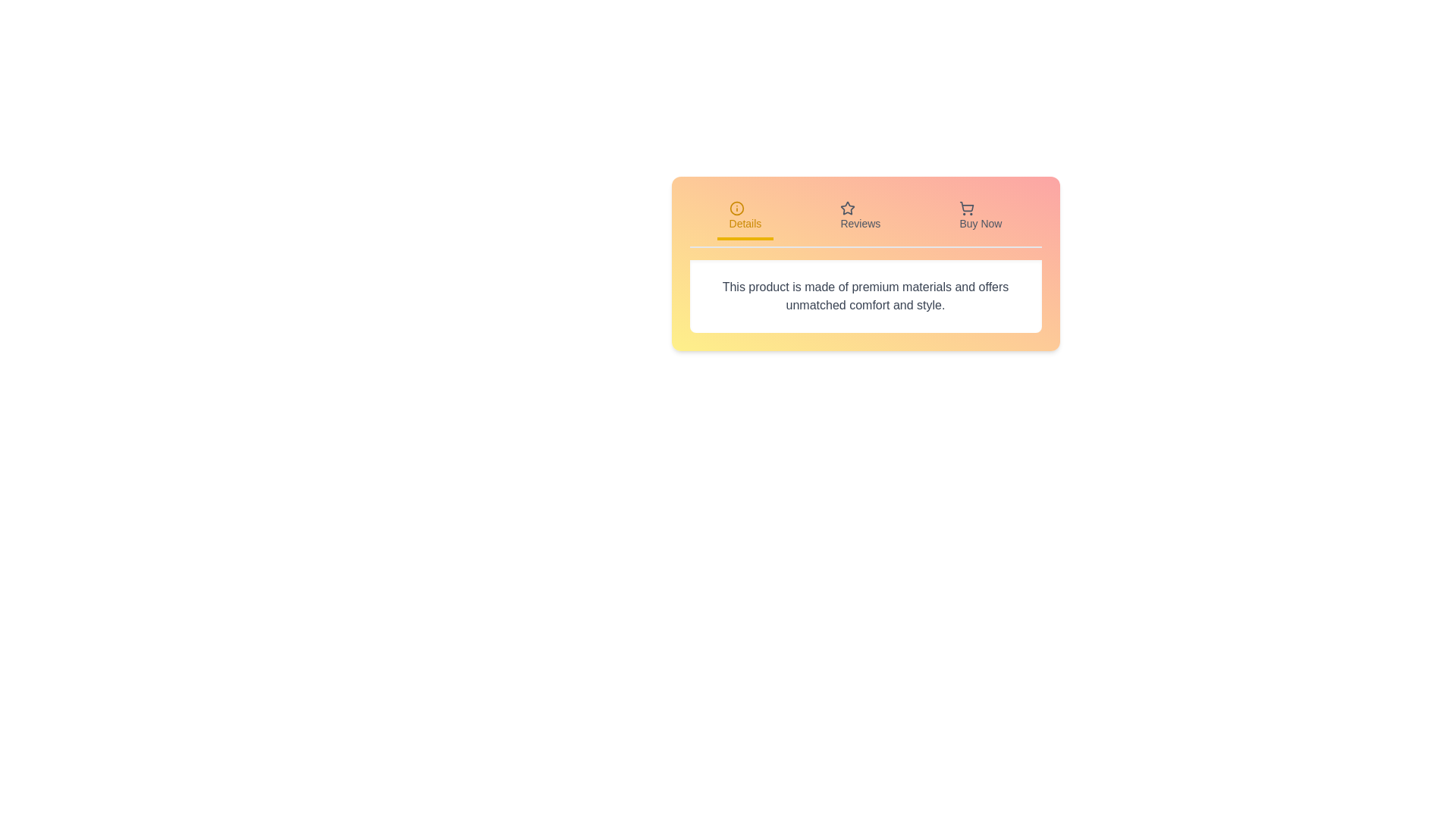 This screenshot has width=1456, height=819. What do you see at coordinates (860, 217) in the screenshot?
I see `the Reviews tab by clicking on it` at bounding box center [860, 217].